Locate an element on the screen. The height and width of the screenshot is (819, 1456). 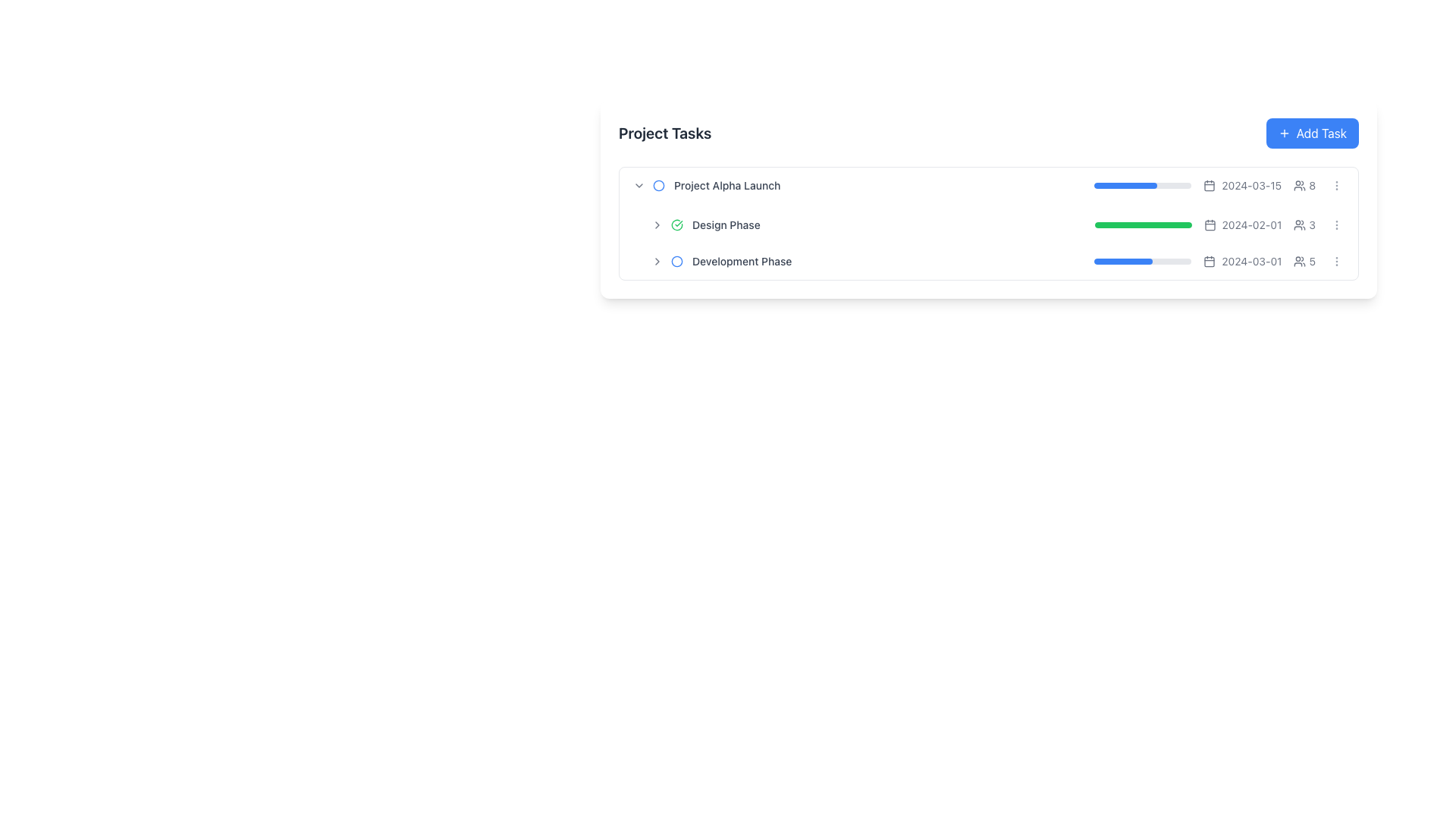
the calendar icon representing the date picker for the task on the left of the date '2024-02-01' in the second task row is located at coordinates (1209, 225).